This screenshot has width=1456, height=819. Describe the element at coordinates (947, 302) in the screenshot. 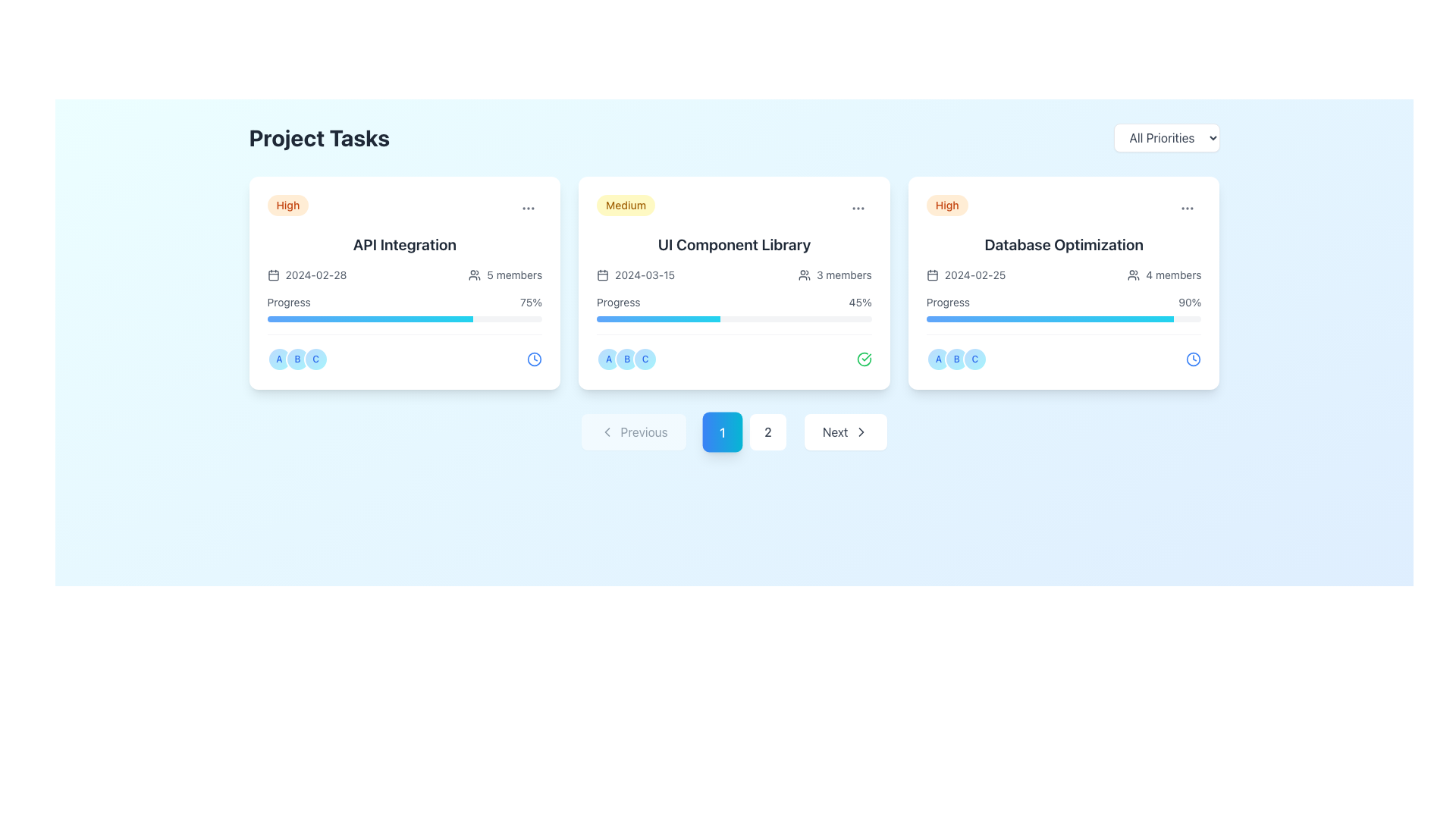

I see `the Text Label indicating task completion progress in the 'Database Optimization' card, located on the left side of the card's lower section` at that location.